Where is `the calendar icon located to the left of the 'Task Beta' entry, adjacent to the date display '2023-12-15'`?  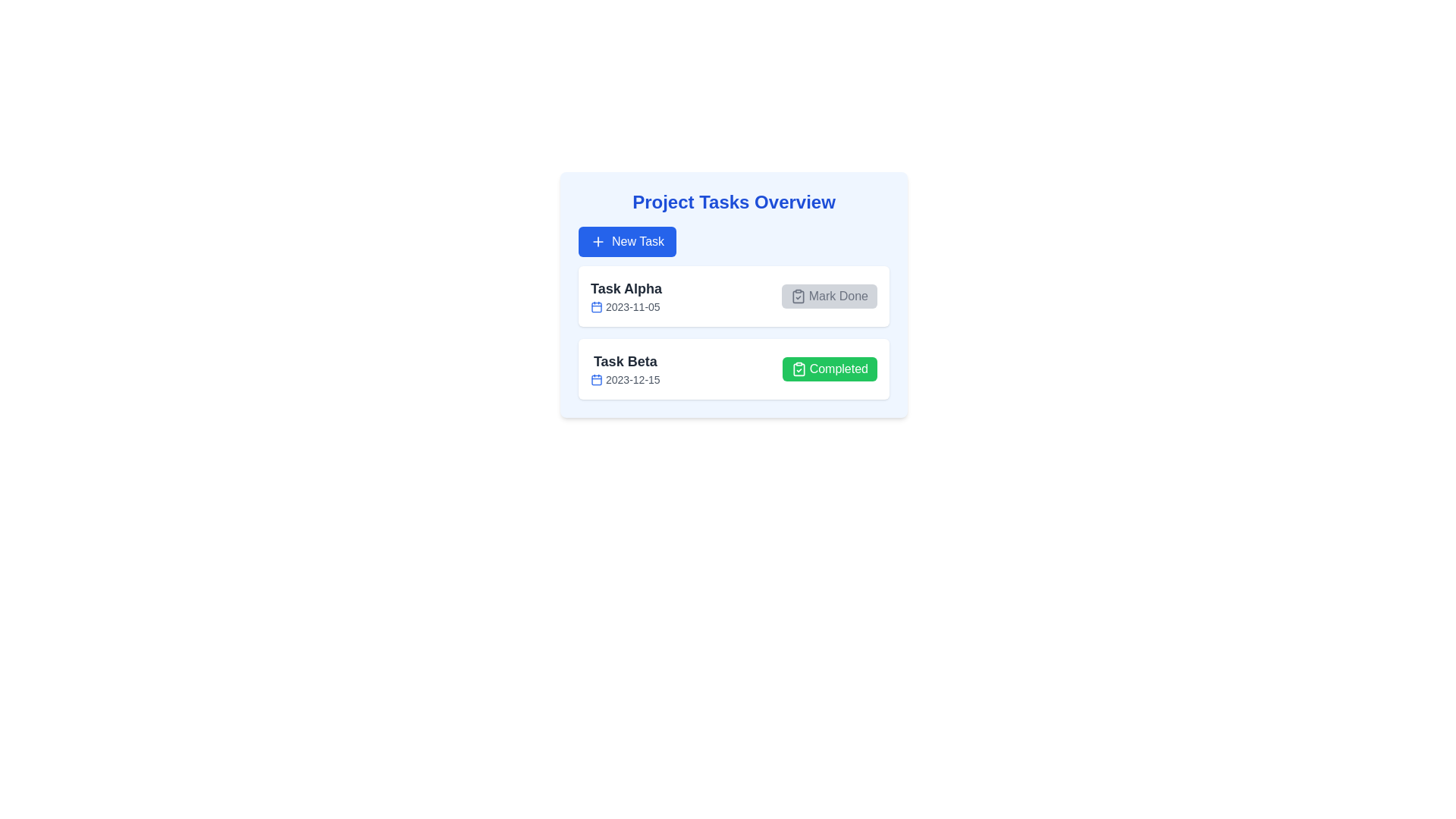 the calendar icon located to the left of the 'Task Beta' entry, adjacent to the date display '2023-12-15' is located at coordinates (596, 379).